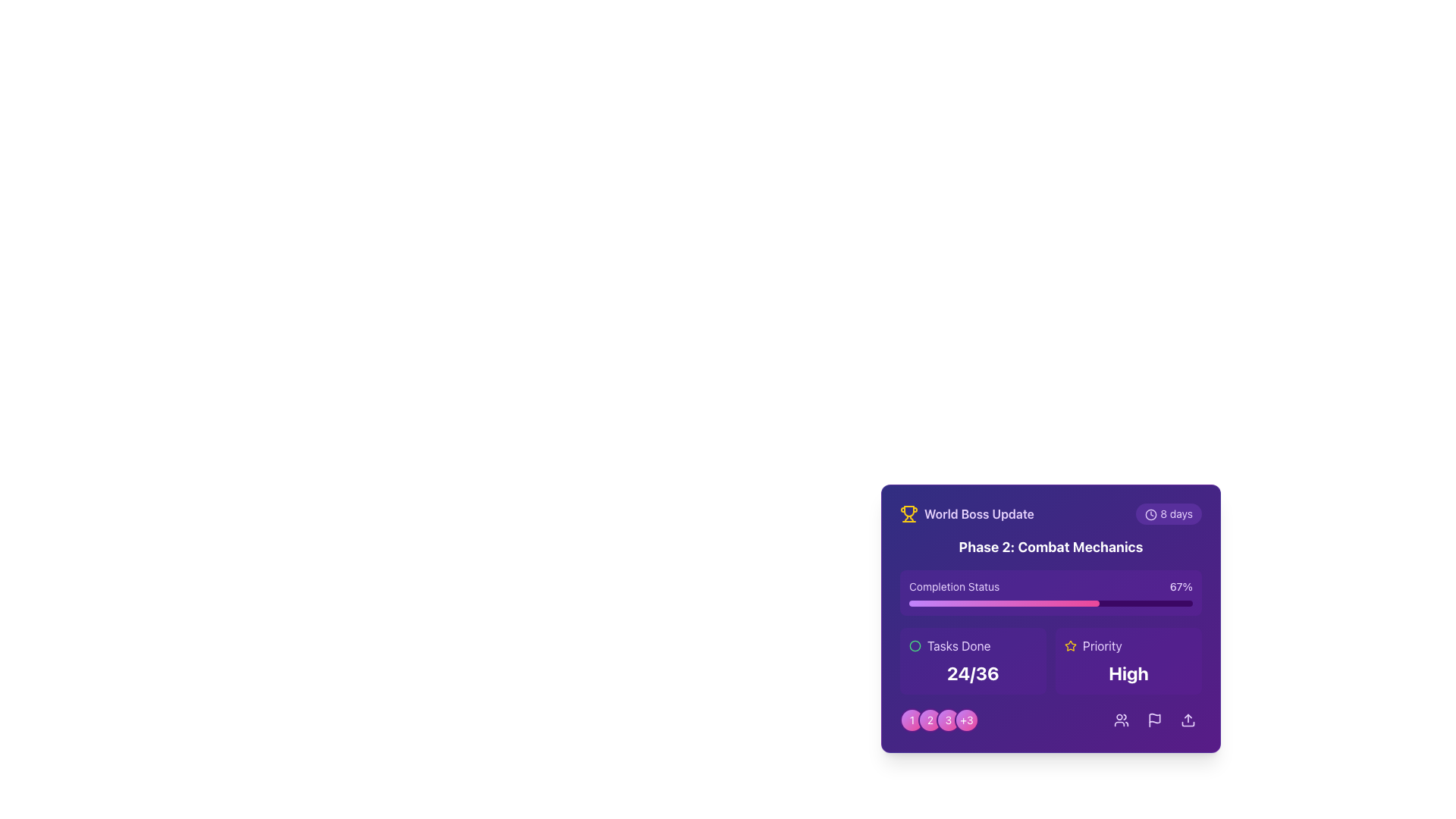  What do you see at coordinates (953, 586) in the screenshot?
I see `the 'Completion Status' text label, which displays white text on a purple background, positioned in the upper-middle of a card layout, to the left of a progress bar showing '67%'` at bounding box center [953, 586].